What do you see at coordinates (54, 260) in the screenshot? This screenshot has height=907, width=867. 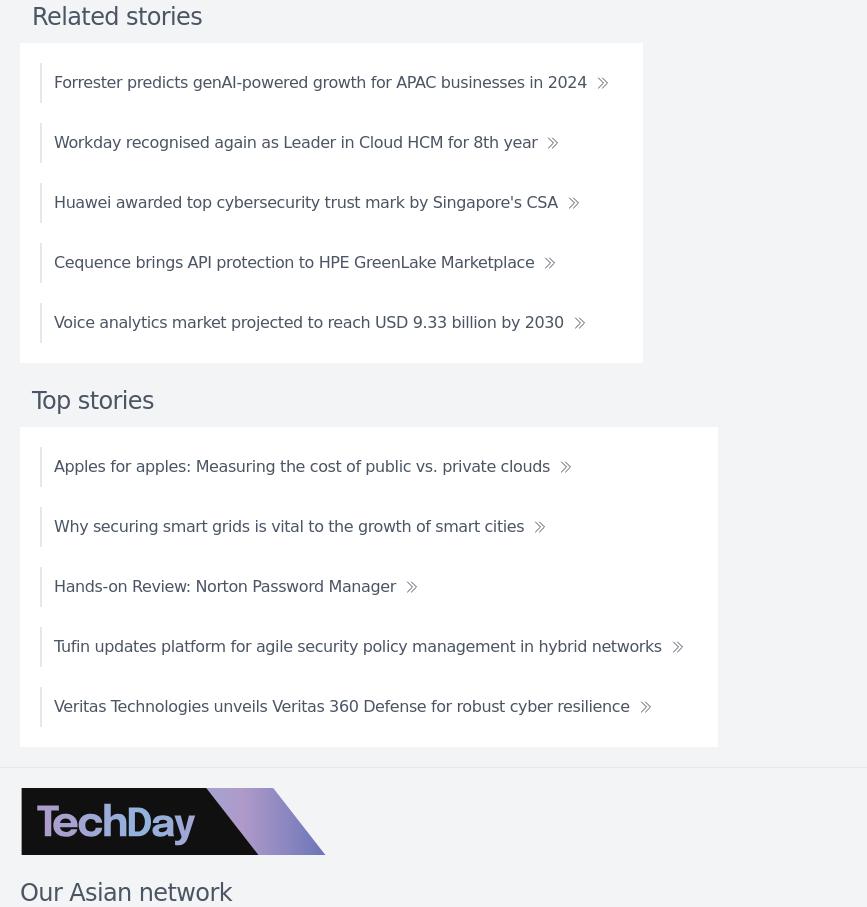 I see `'Cequence brings API protection to HPE GreenLake Marketplace'` at bounding box center [54, 260].